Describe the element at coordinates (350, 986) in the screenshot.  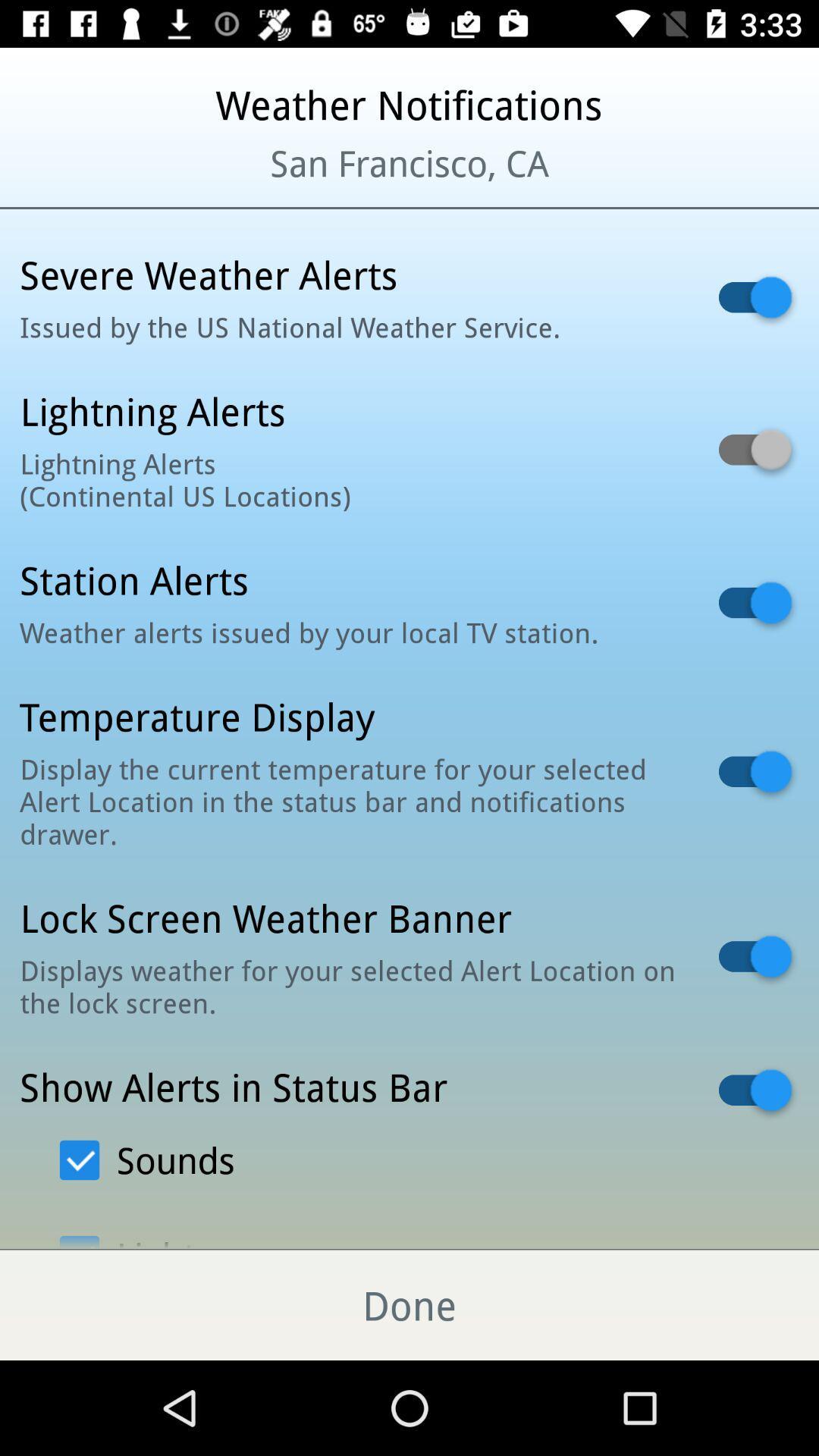
I see `item below lock screen weather icon` at that location.